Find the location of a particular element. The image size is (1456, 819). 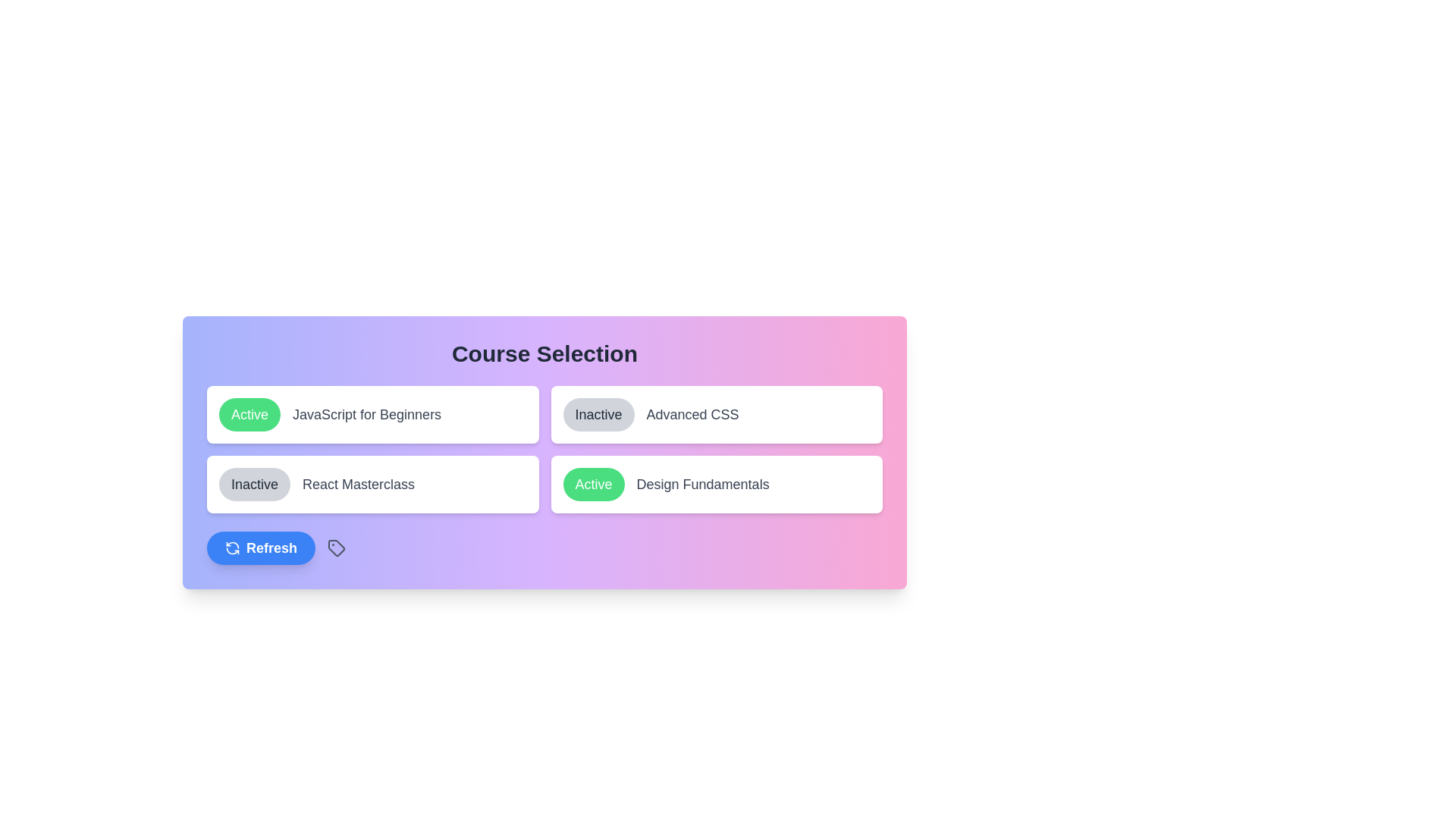

the refresh icon located on the left side of the 'Refresh' button in the 'Course Selection' card interface is located at coordinates (232, 548).